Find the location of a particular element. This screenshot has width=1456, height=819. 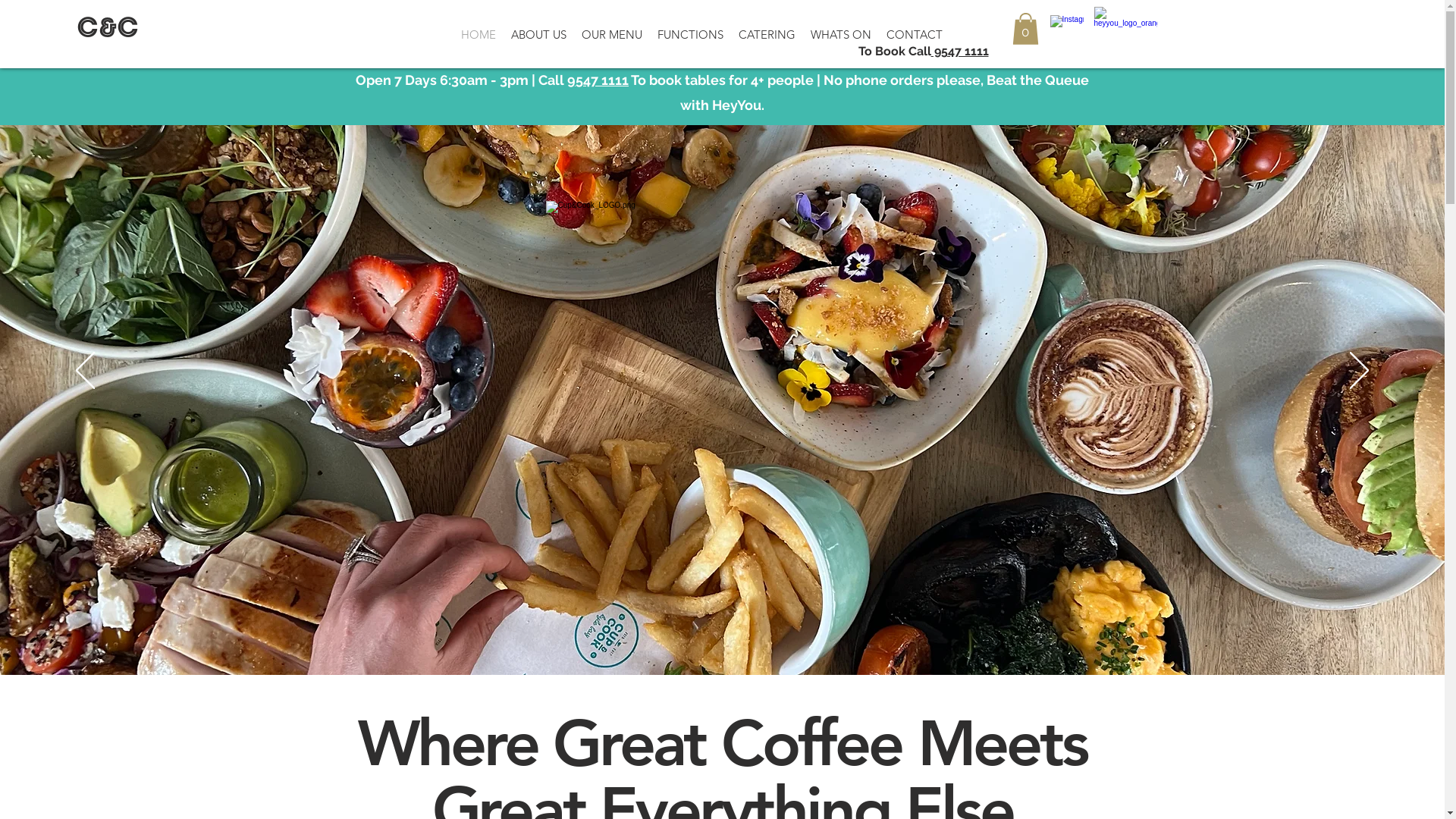

'FUNCTIONS' is located at coordinates (689, 34).